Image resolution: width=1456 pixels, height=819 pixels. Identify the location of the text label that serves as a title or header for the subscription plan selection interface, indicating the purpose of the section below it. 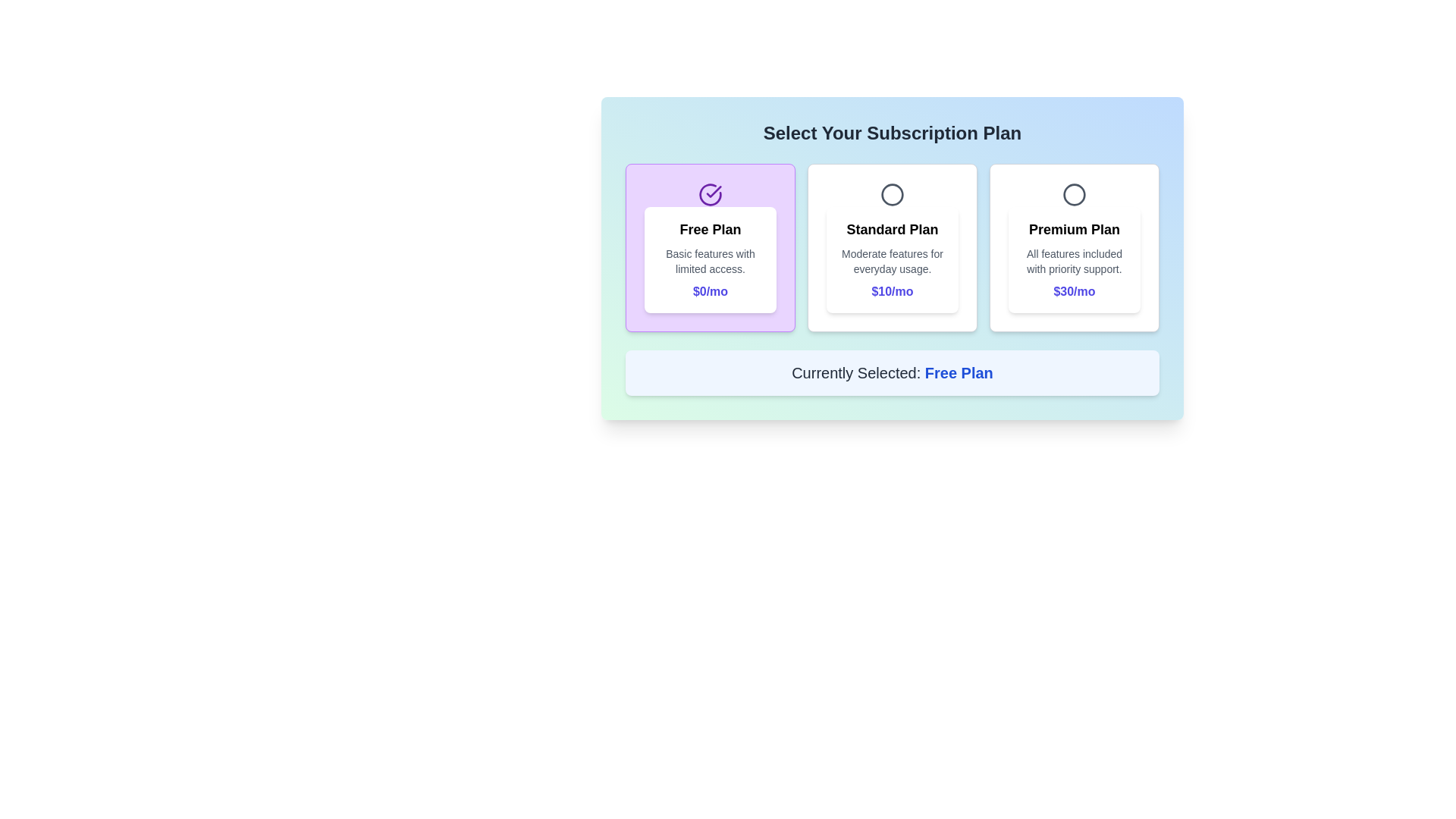
(892, 133).